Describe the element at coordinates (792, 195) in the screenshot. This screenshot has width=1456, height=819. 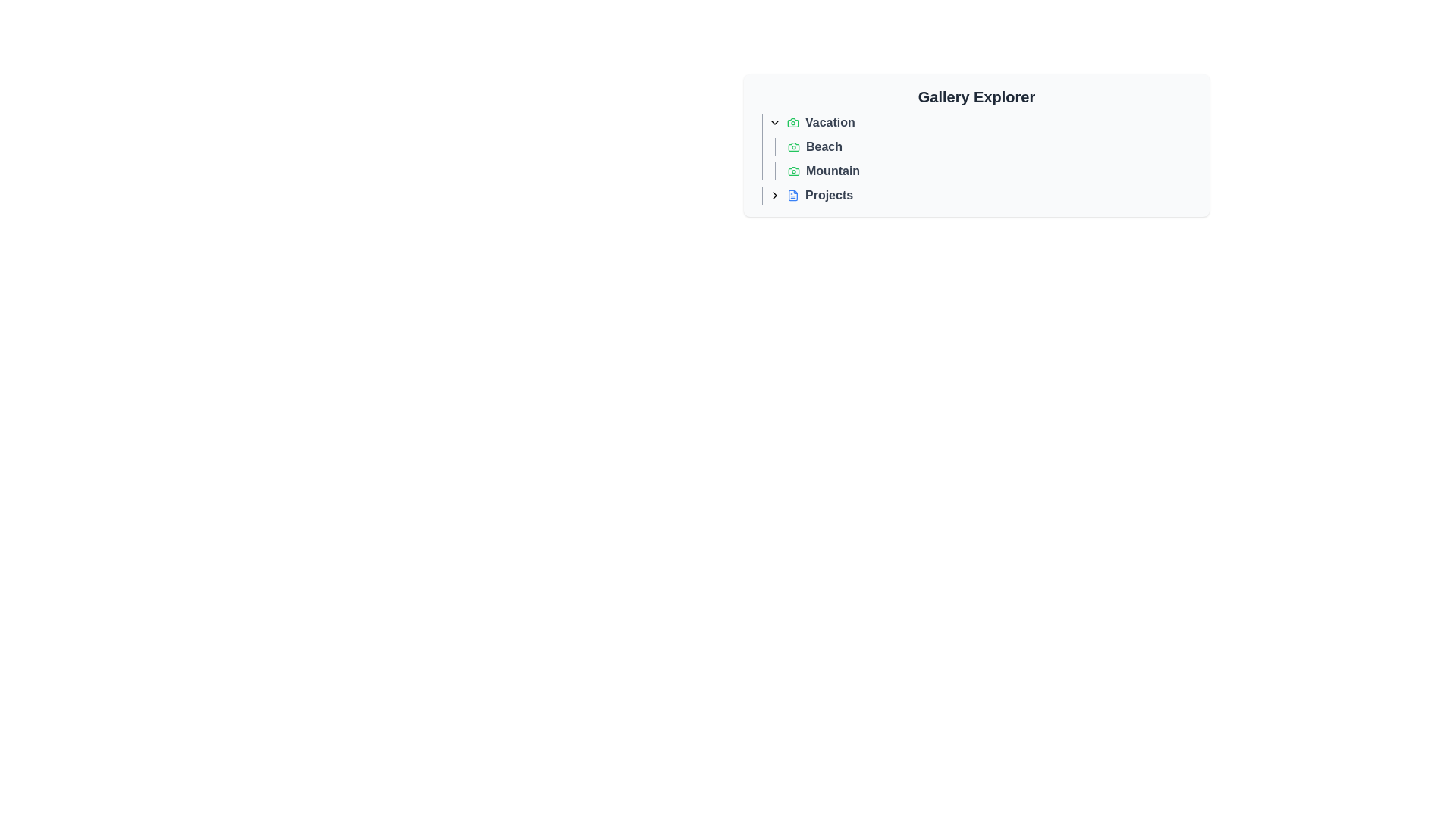
I see `the icon associated with 'Projects'` at that location.